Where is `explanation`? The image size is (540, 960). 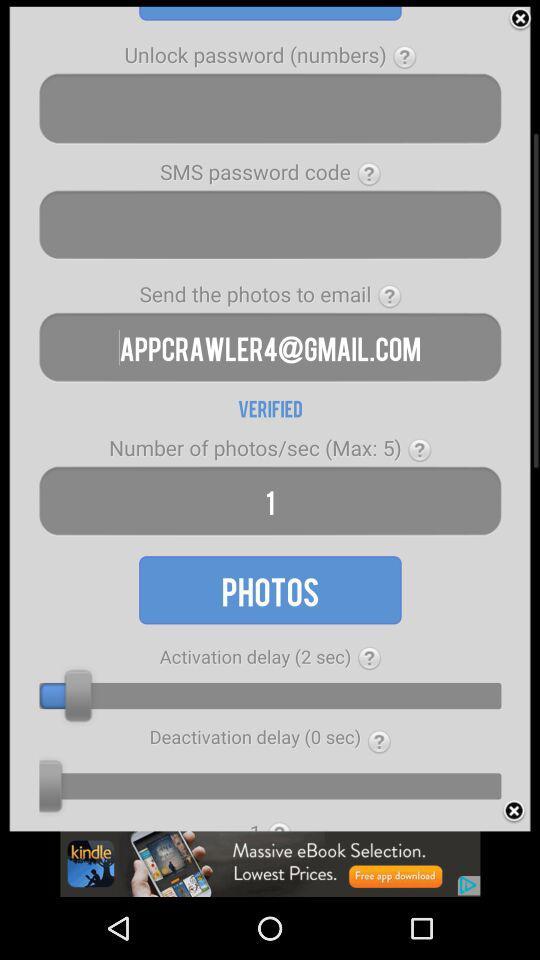
explanation is located at coordinates (389, 295).